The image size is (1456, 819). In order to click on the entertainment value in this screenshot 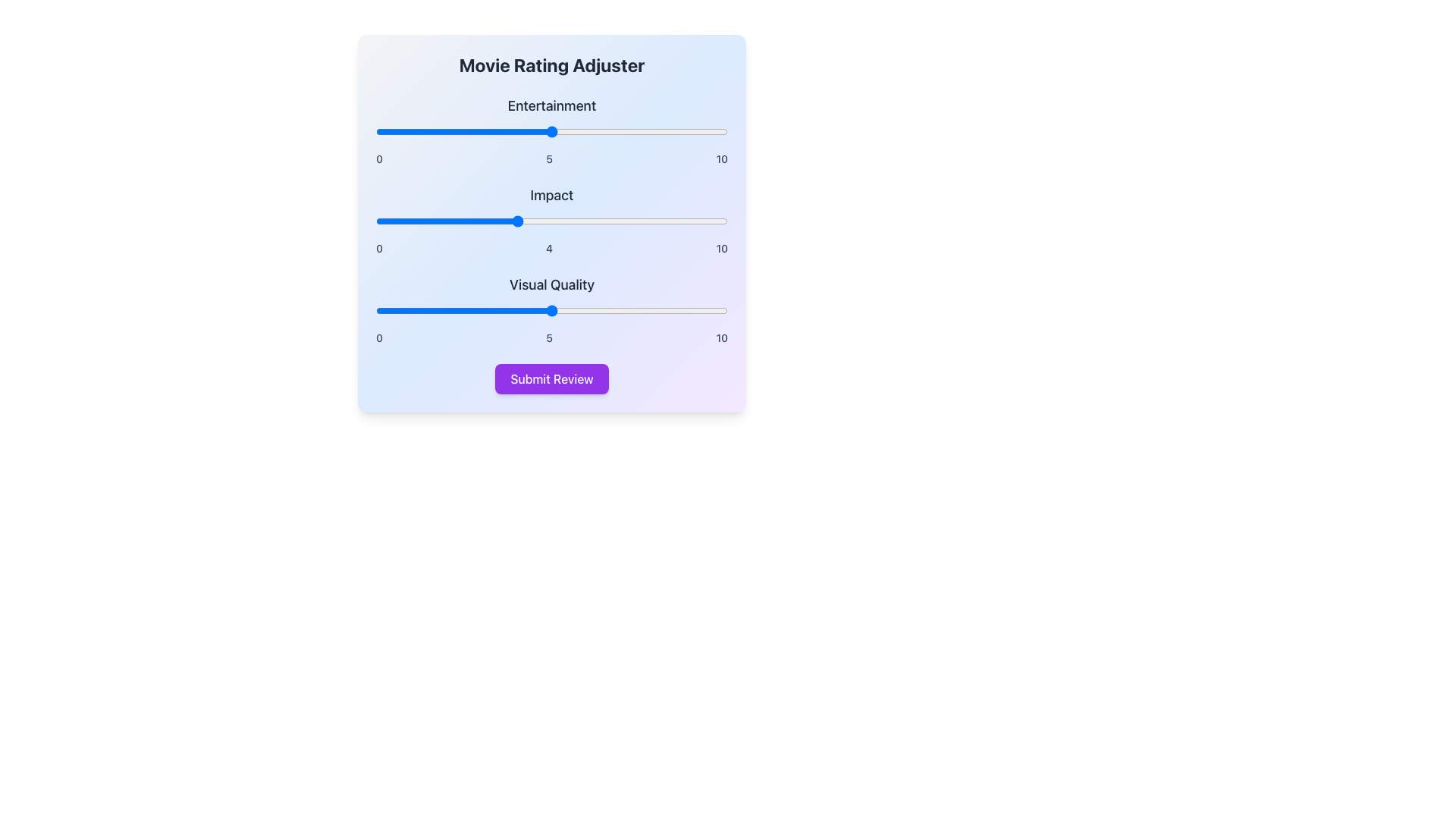, I will do `click(481, 130)`.